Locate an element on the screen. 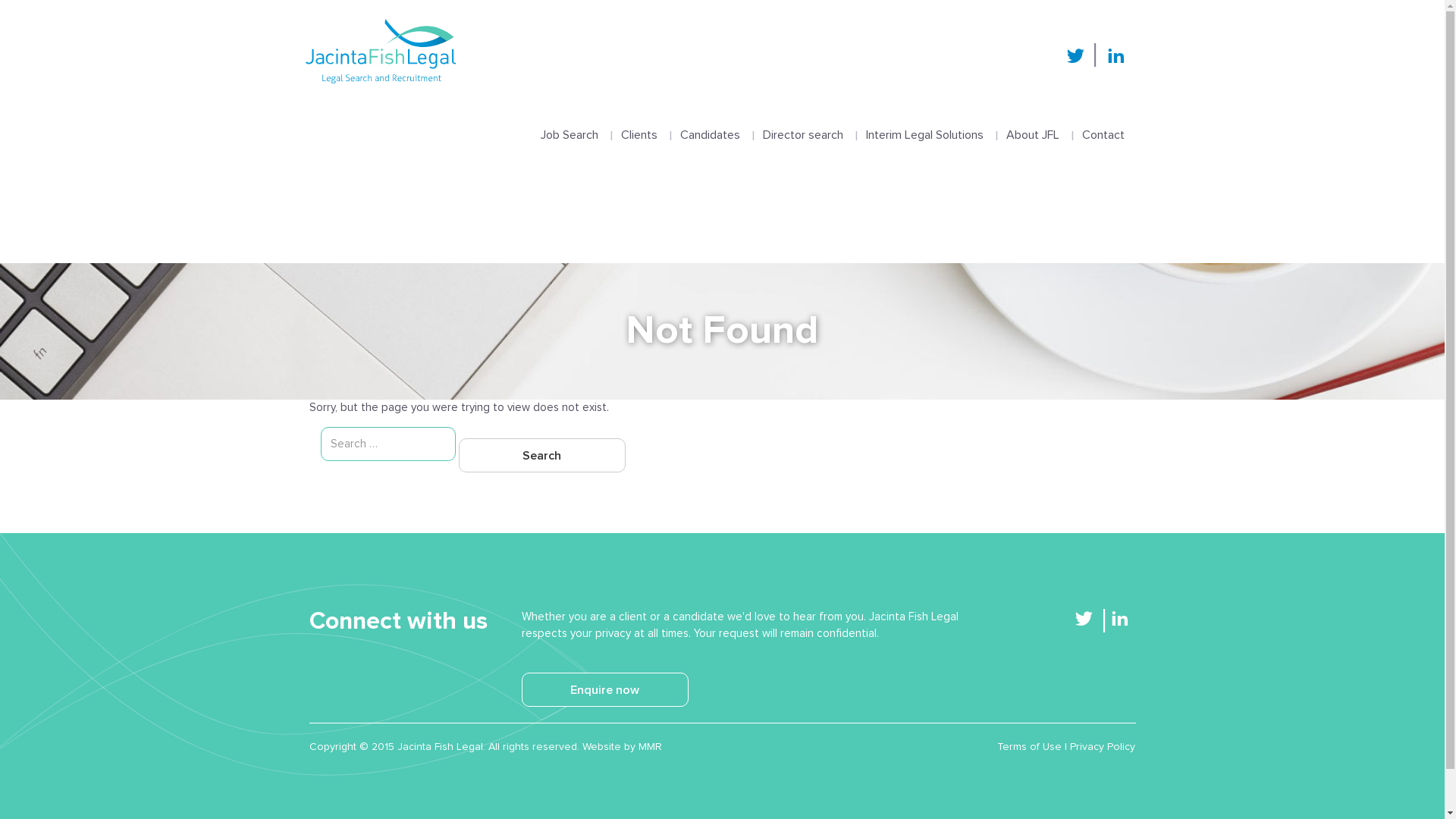 This screenshot has width=1456, height=819. 'Privacy Policy' is located at coordinates (1103, 745).